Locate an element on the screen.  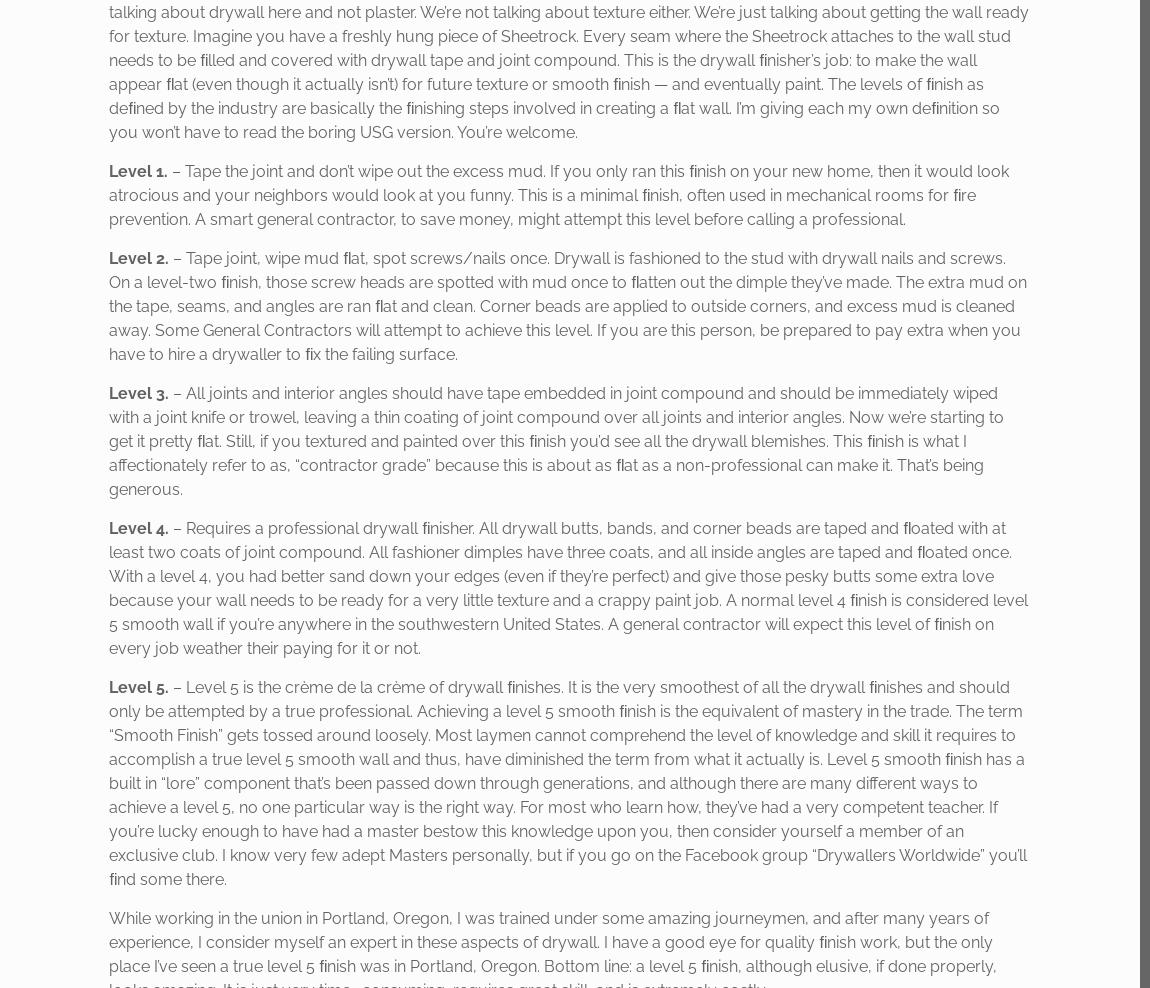
'Level 1.' is located at coordinates (137, 170).